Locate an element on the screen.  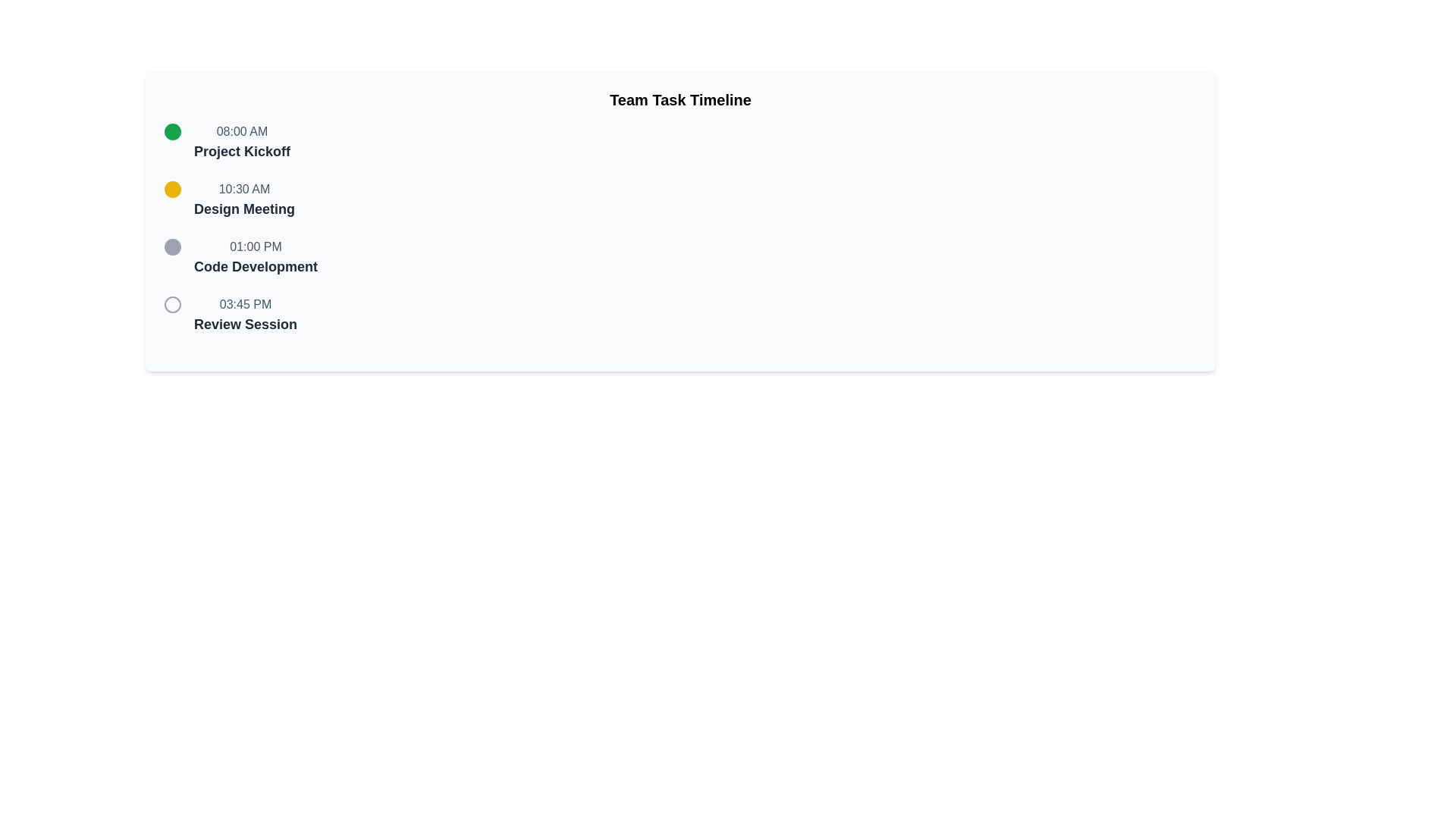
the small circular yellow icon located to the left of the '10:30 AM Design Meeting' label is located at coordinates (172, 190).